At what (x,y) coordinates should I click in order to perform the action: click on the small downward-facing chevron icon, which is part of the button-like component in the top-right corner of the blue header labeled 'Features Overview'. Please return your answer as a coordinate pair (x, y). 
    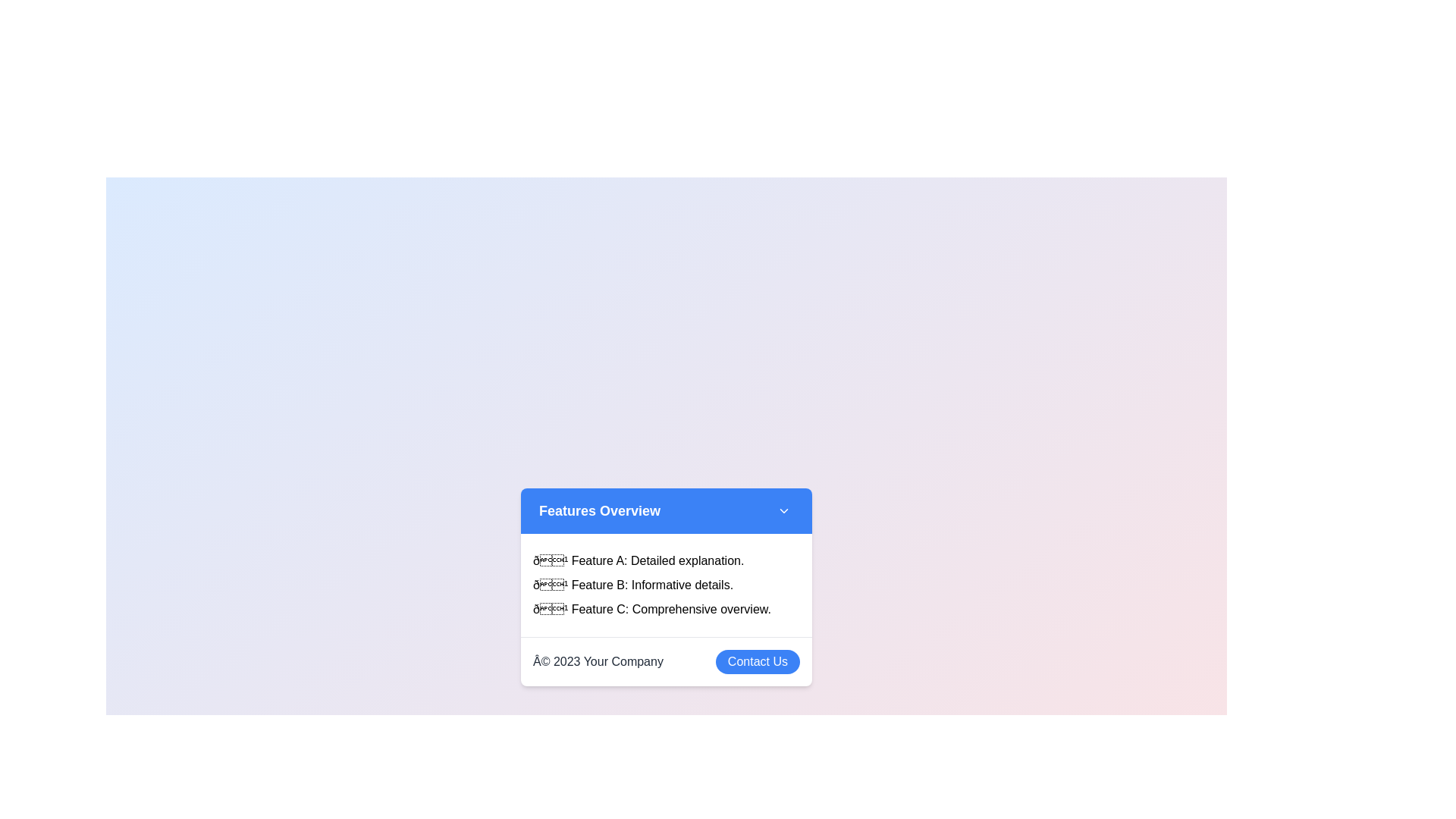
    Looking at the image, I should click on (783, 510).